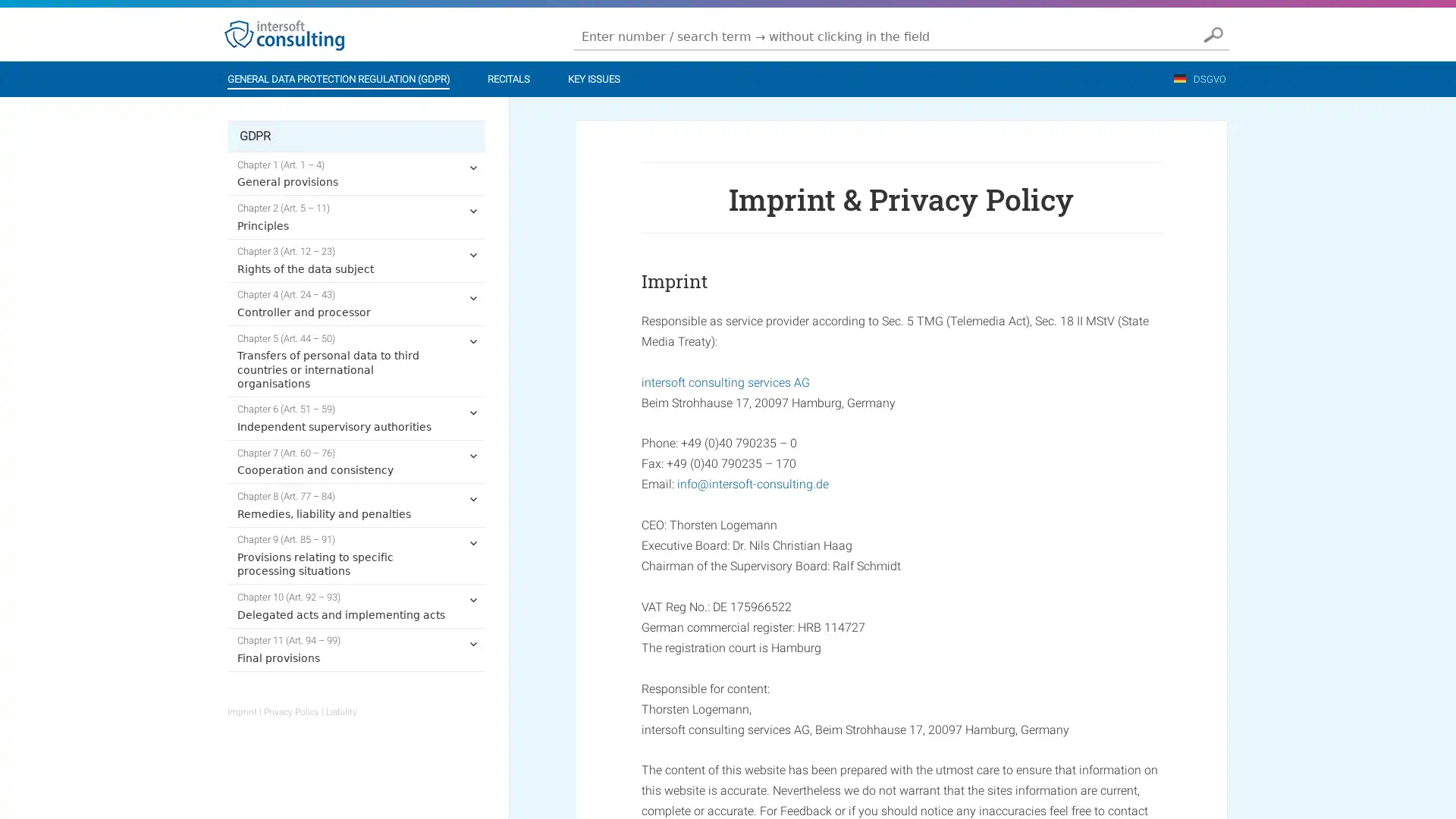 This screenshot has height=819, width=1456. I want to click on expand child menu, so click(472, 297).